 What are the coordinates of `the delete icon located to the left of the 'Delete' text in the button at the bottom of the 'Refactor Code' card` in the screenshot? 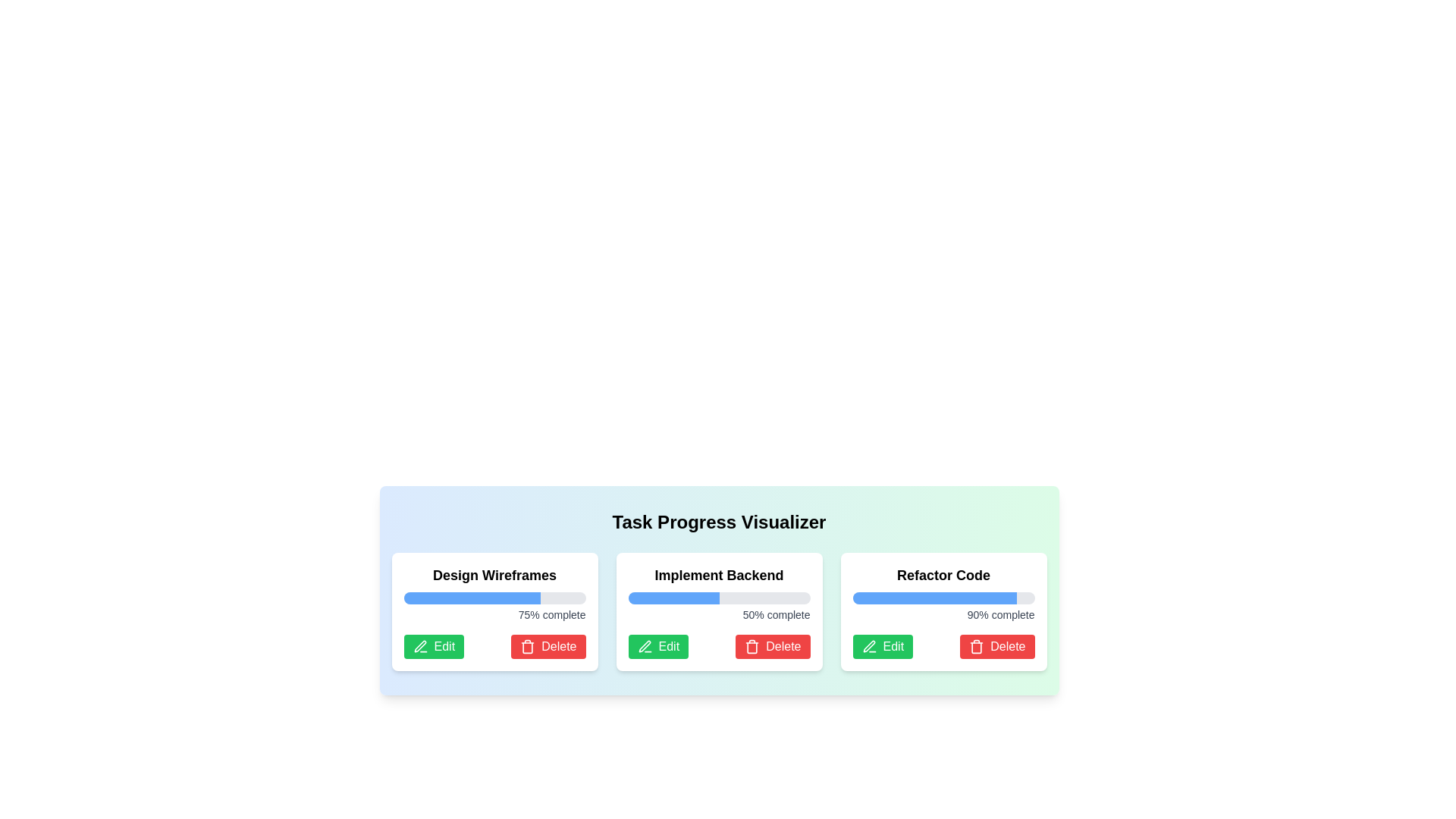 It's located at (977, 646).